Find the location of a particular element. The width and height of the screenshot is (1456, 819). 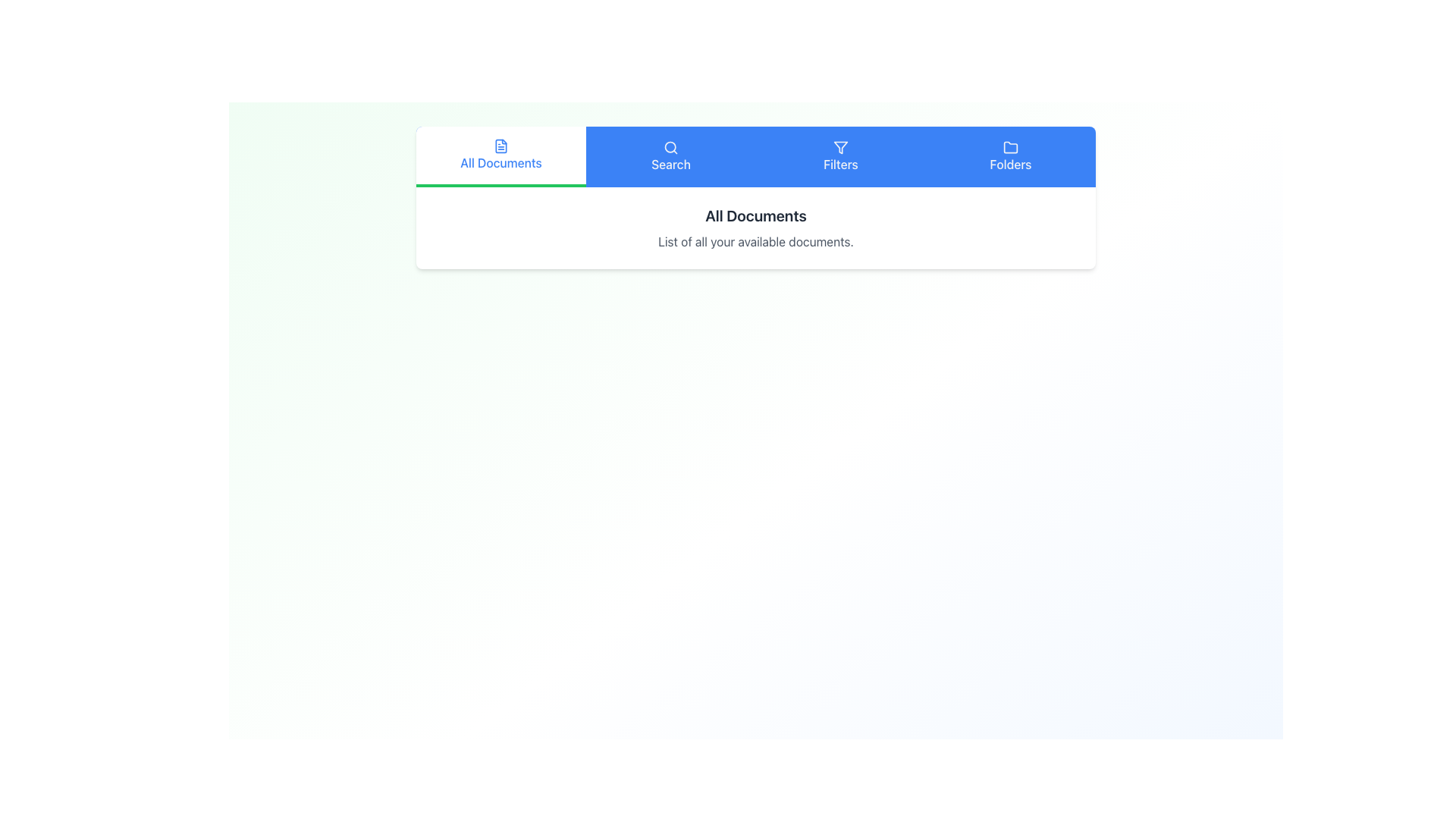

the navigation button for 'Folders' located in the top-central part of the interface by is located at coordinates (1011, 157).